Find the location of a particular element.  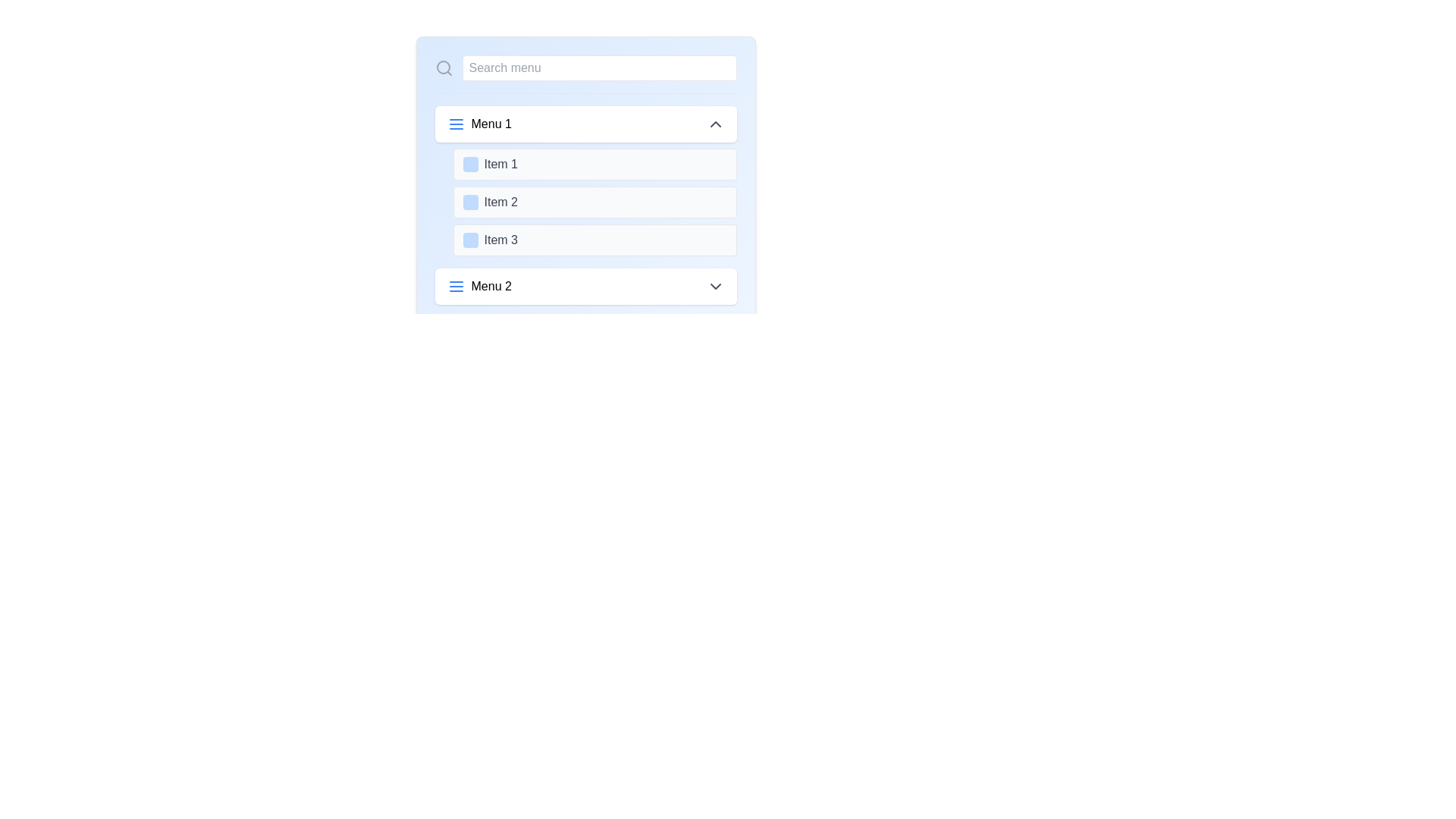

the small rectangular blue icon with rounded corners located to the left of the text 'Item 1' in the dropdown of 'Menu 1' is located at coordinates (469, 164).